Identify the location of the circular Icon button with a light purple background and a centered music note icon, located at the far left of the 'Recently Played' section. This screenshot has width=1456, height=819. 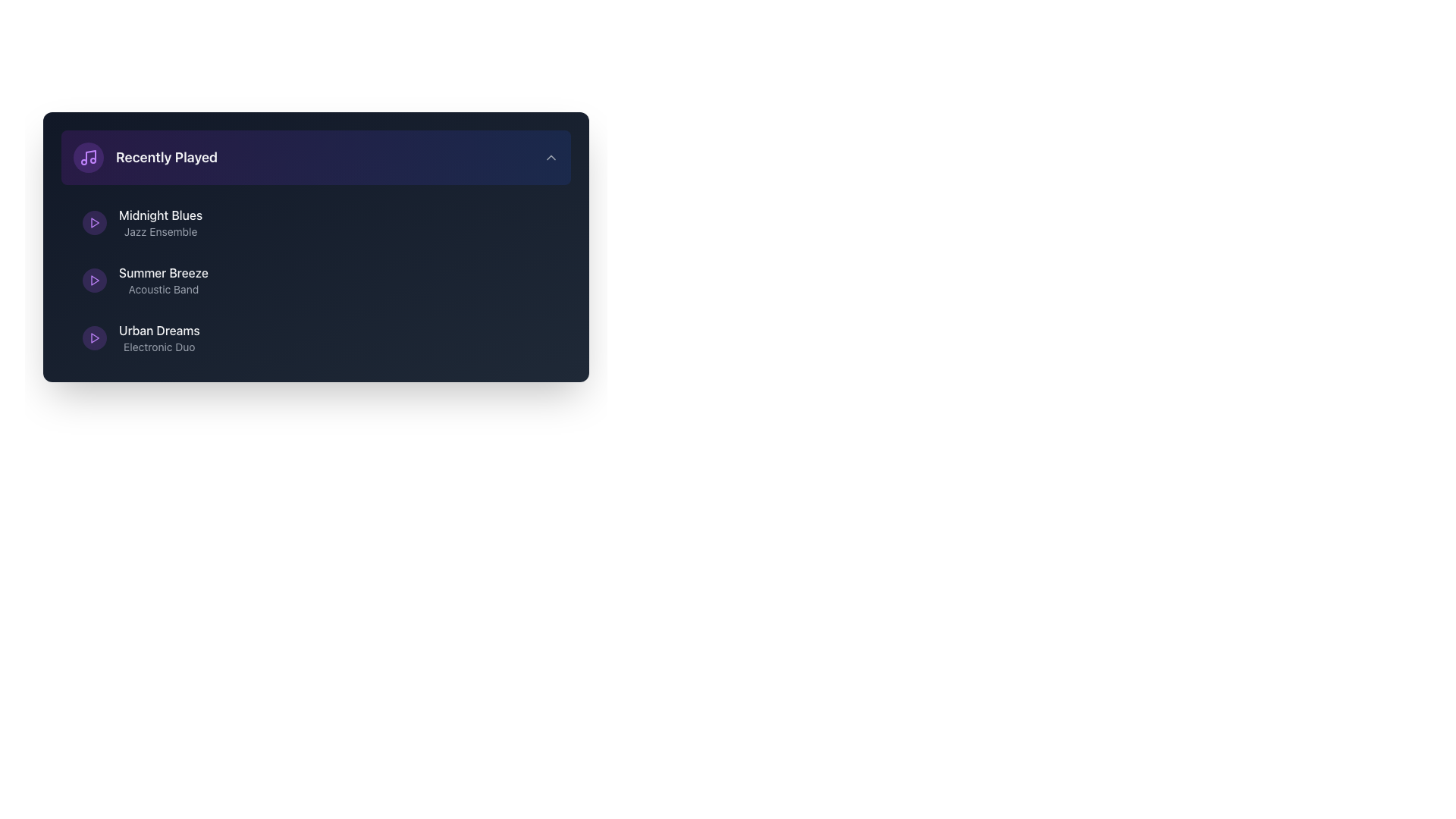
(87, 158).